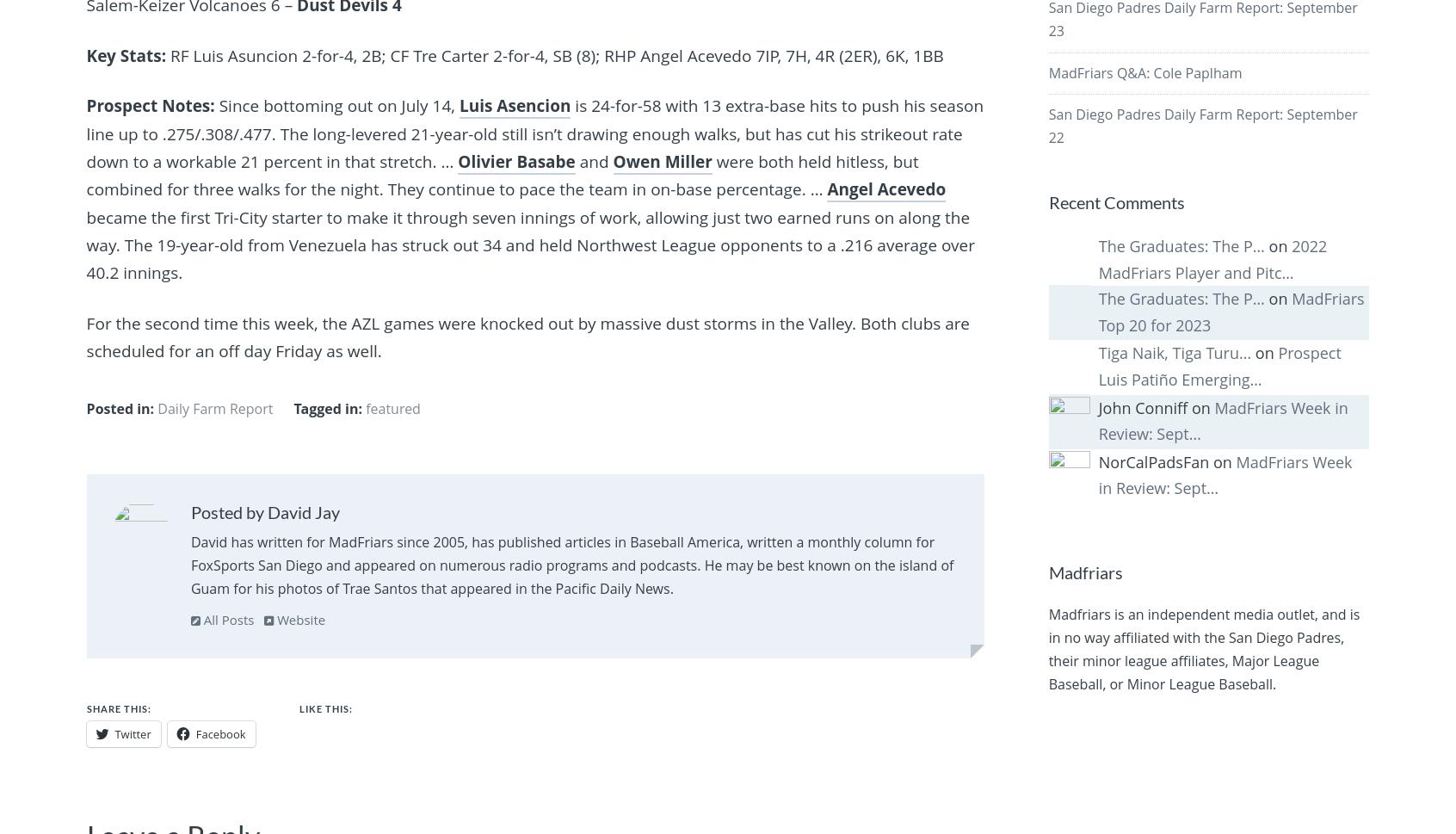 The height and width of the screenshot is (834, 1456). What do you see at coordinates (1096, 406) in the screenshot?
I see `'John Conniff on'` at bounding box center [1096, 406].